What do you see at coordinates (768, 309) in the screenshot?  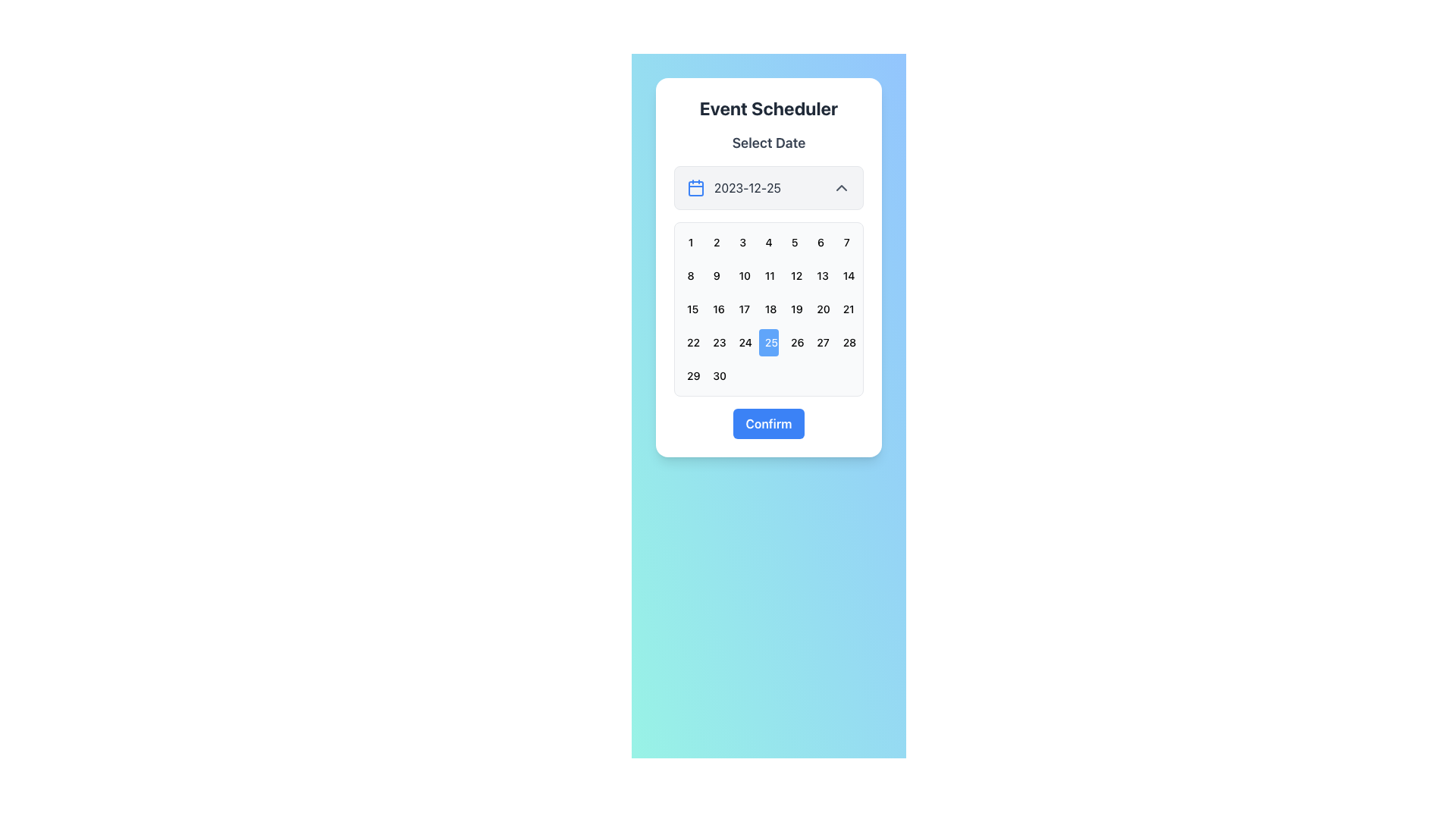 I see `the date element in the calendar grid` at bounding box center [768, 309].